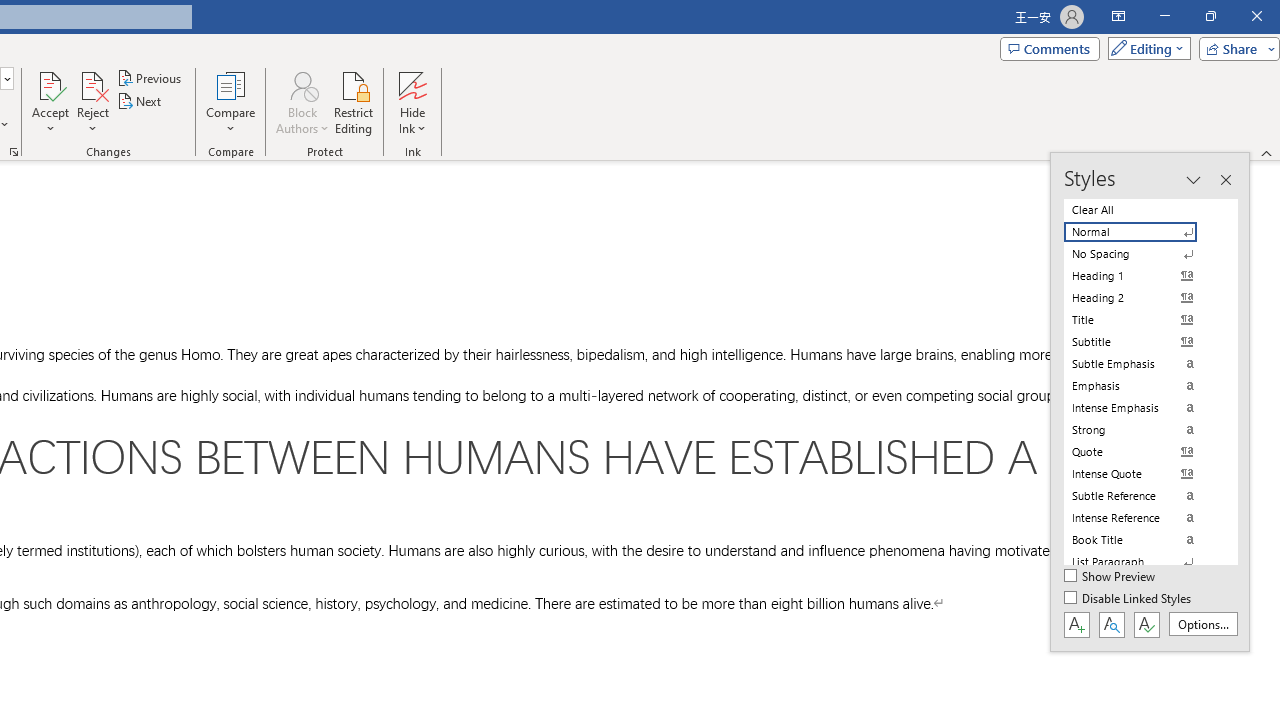 The width and height of the screenshot is (1280, 720). Describe the element at coordinates (150, 77) in the screenshot. I see `'Previous'` at that location.